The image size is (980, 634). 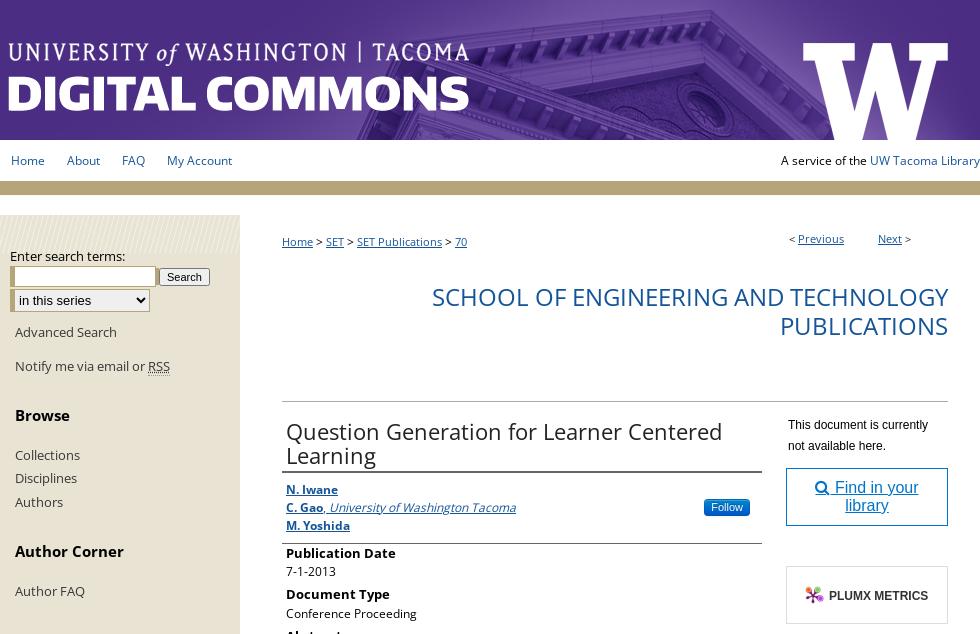 I want to click on ',', so click(x=323, y=505).